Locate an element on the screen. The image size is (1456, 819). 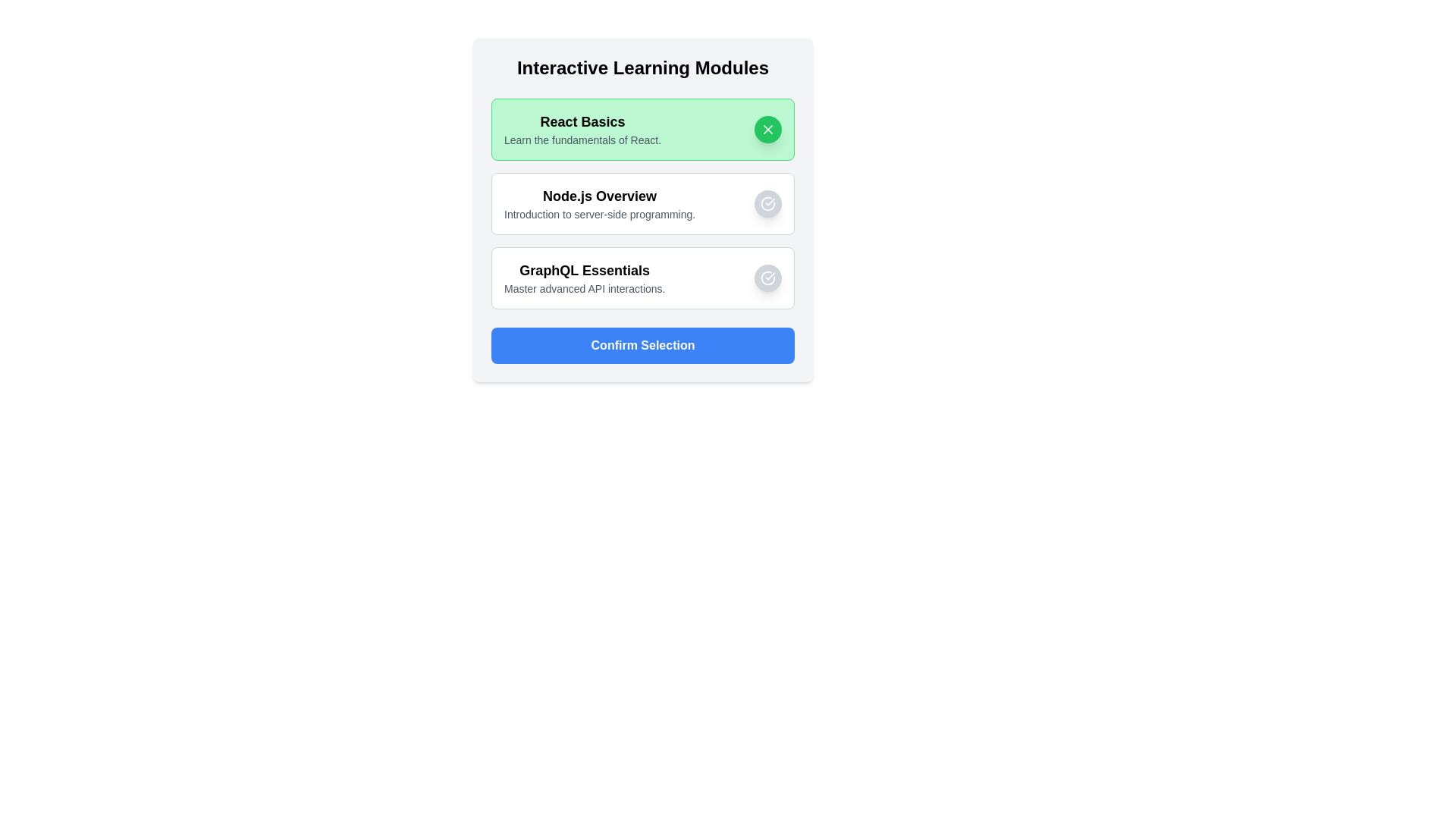
the item React Basics to observe its hover effect is located at coordinates (582, 128).